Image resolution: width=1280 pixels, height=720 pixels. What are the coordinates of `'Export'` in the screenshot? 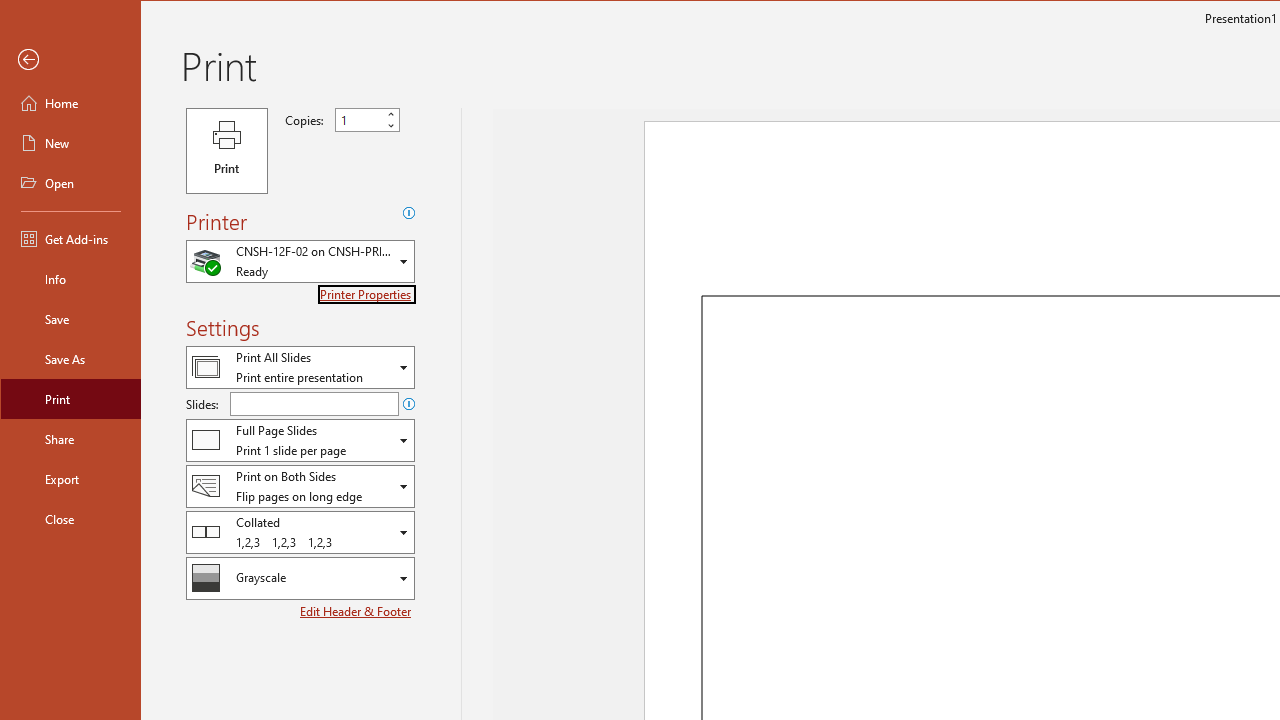 It's located at (71, 479).